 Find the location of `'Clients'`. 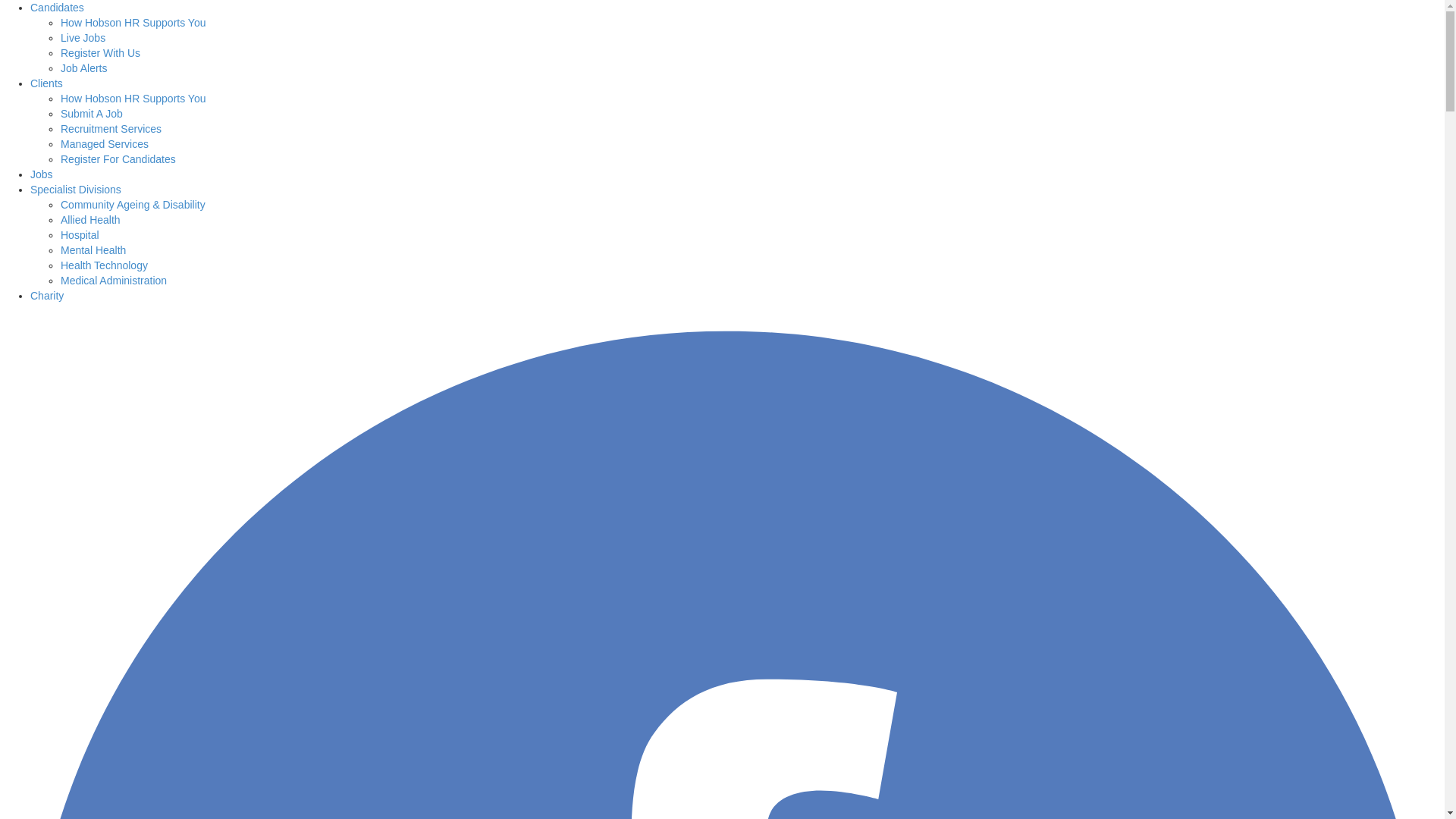

'Clients' is located at coordinates (46, 83).